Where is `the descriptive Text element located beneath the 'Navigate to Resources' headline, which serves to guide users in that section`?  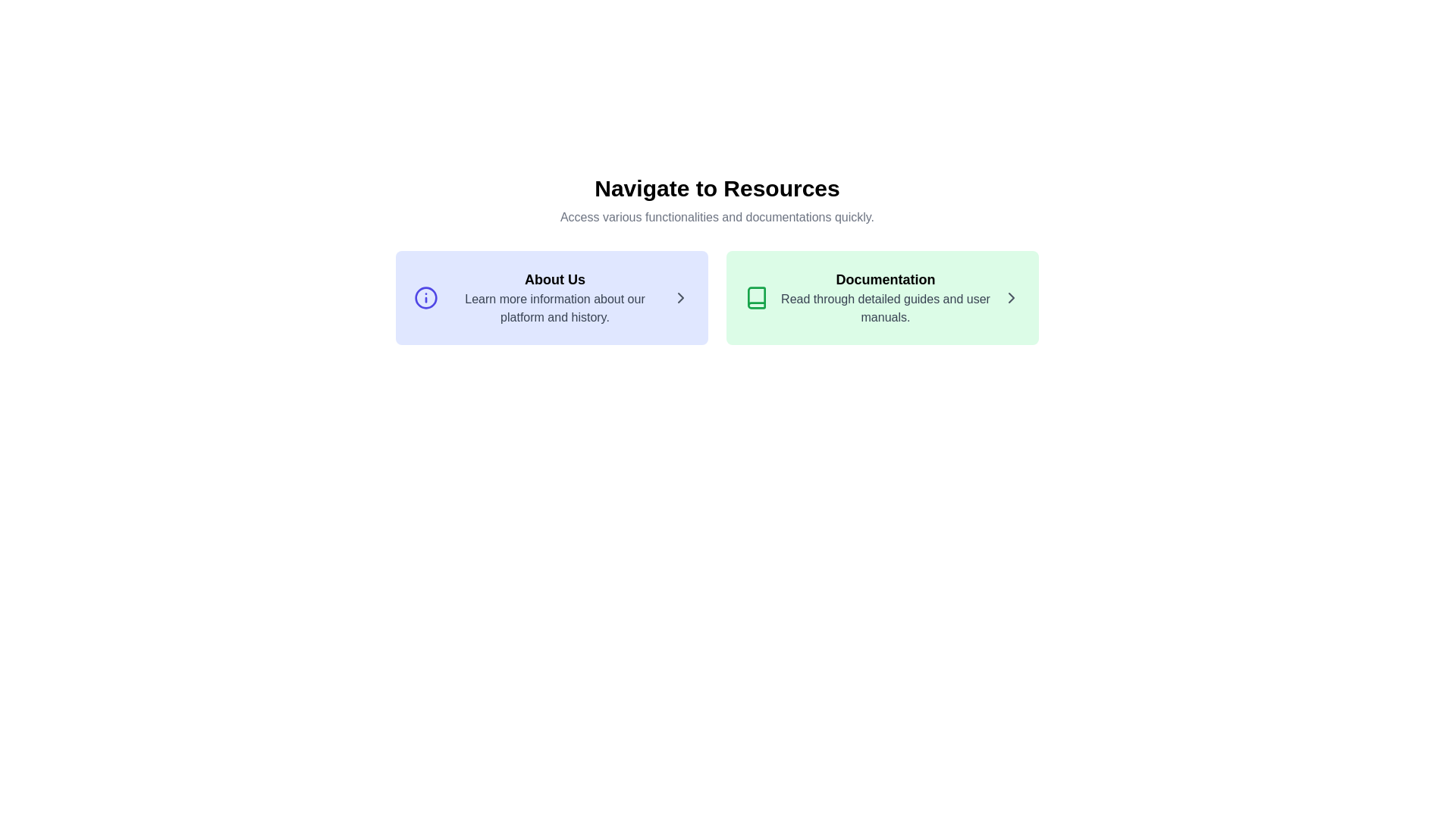 the descriptive Text element located beneath the 'Navigate to Resources' headline, which serves to guide users in that section is located at coordinates (716, 217).